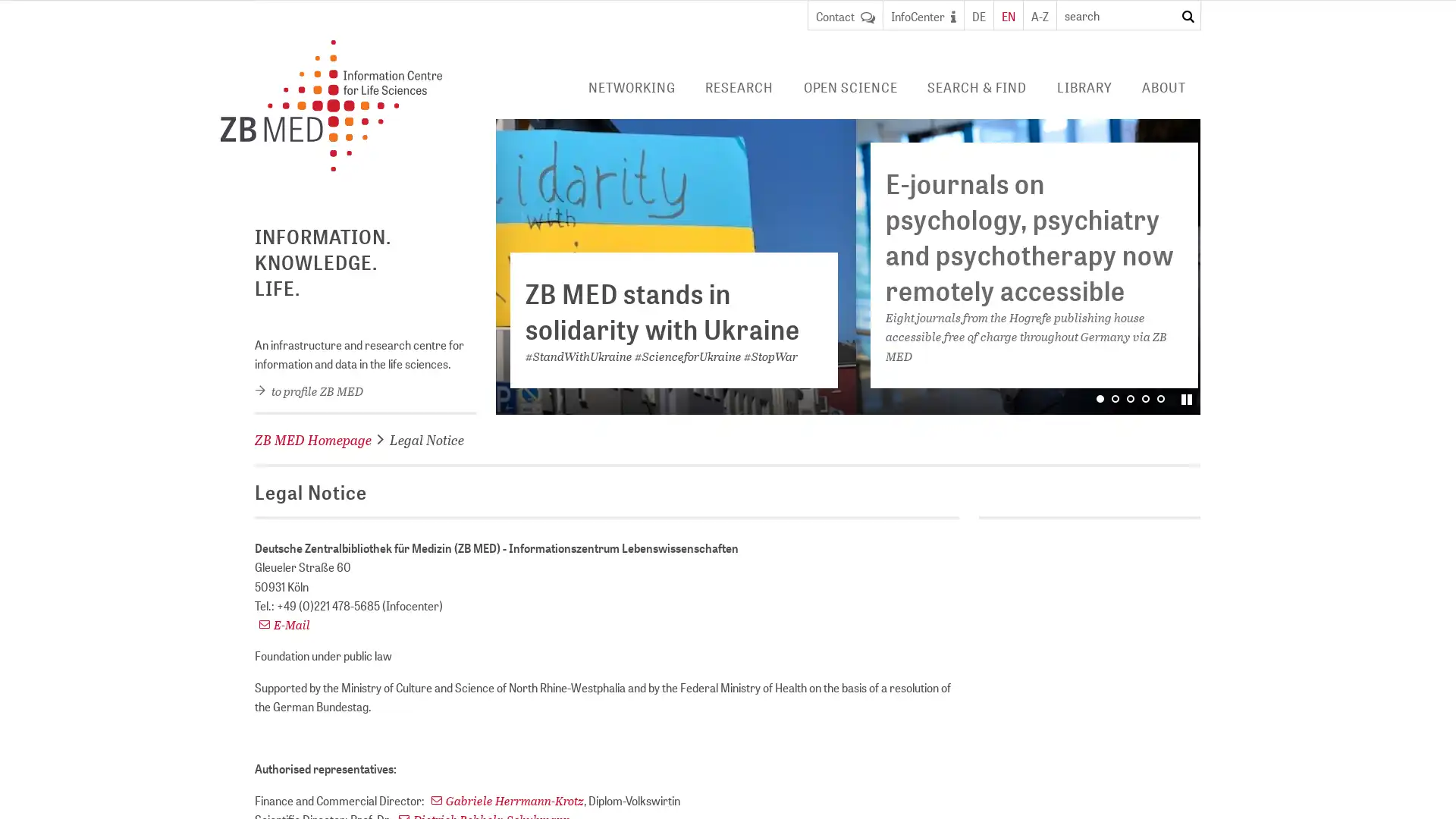 Image resolution: width=1456 pixels, height=819 pixels. I want to click on Next, so click(1179, 265).